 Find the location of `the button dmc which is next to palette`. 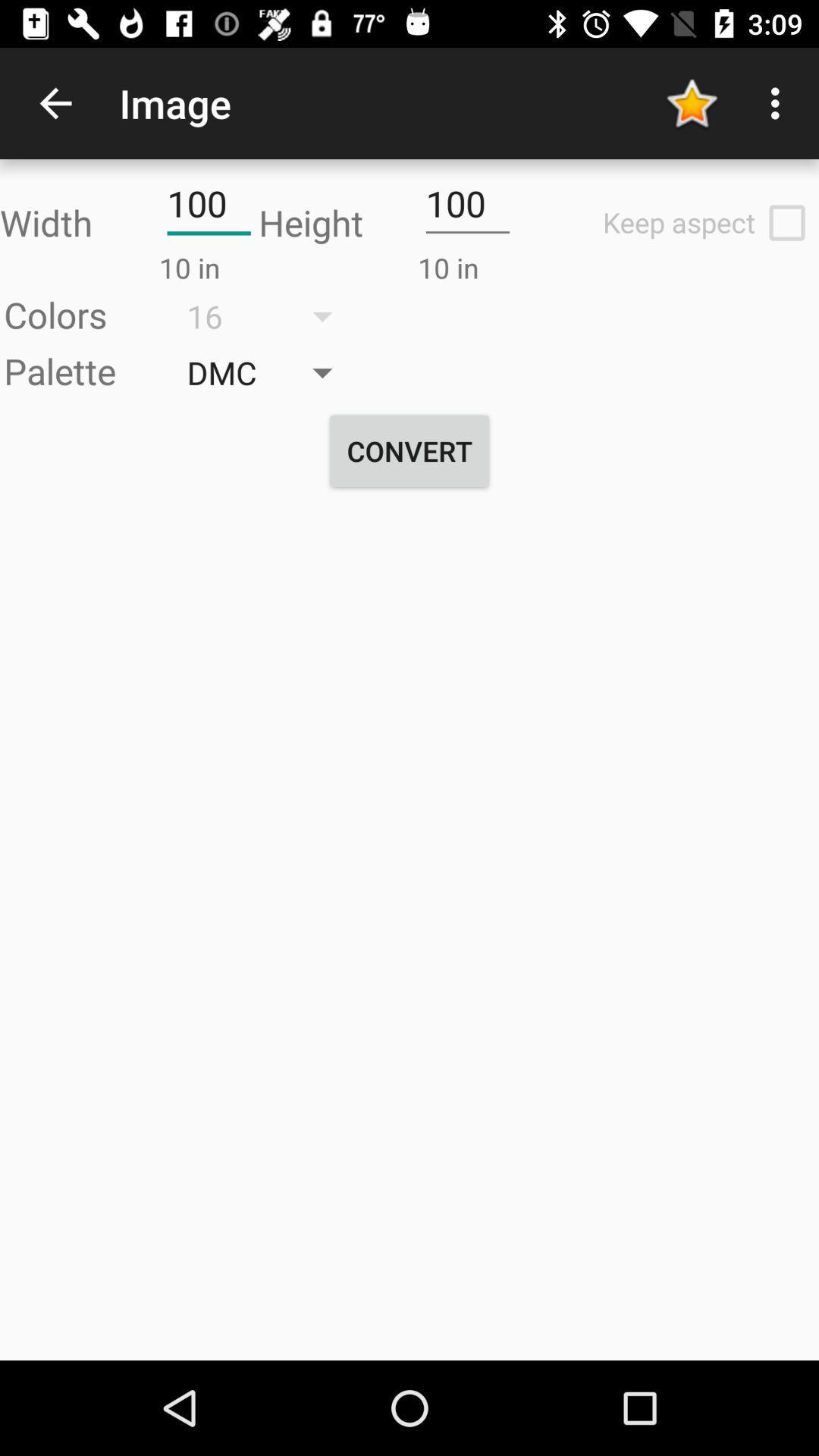

the button dmc which is next to palette is located at coordinates (270, 372).